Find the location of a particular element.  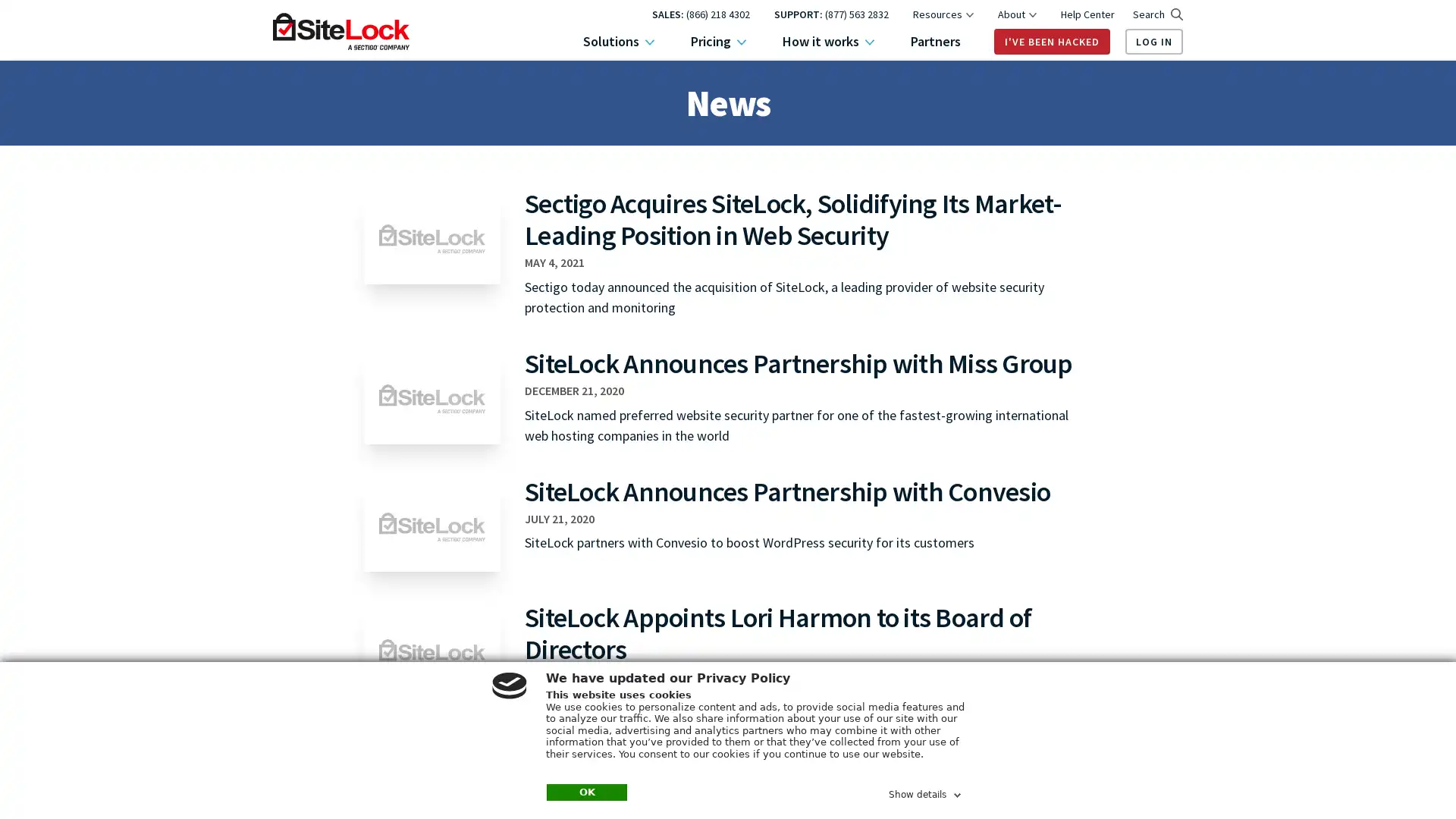

Search is located at coordinates (1156, 14).